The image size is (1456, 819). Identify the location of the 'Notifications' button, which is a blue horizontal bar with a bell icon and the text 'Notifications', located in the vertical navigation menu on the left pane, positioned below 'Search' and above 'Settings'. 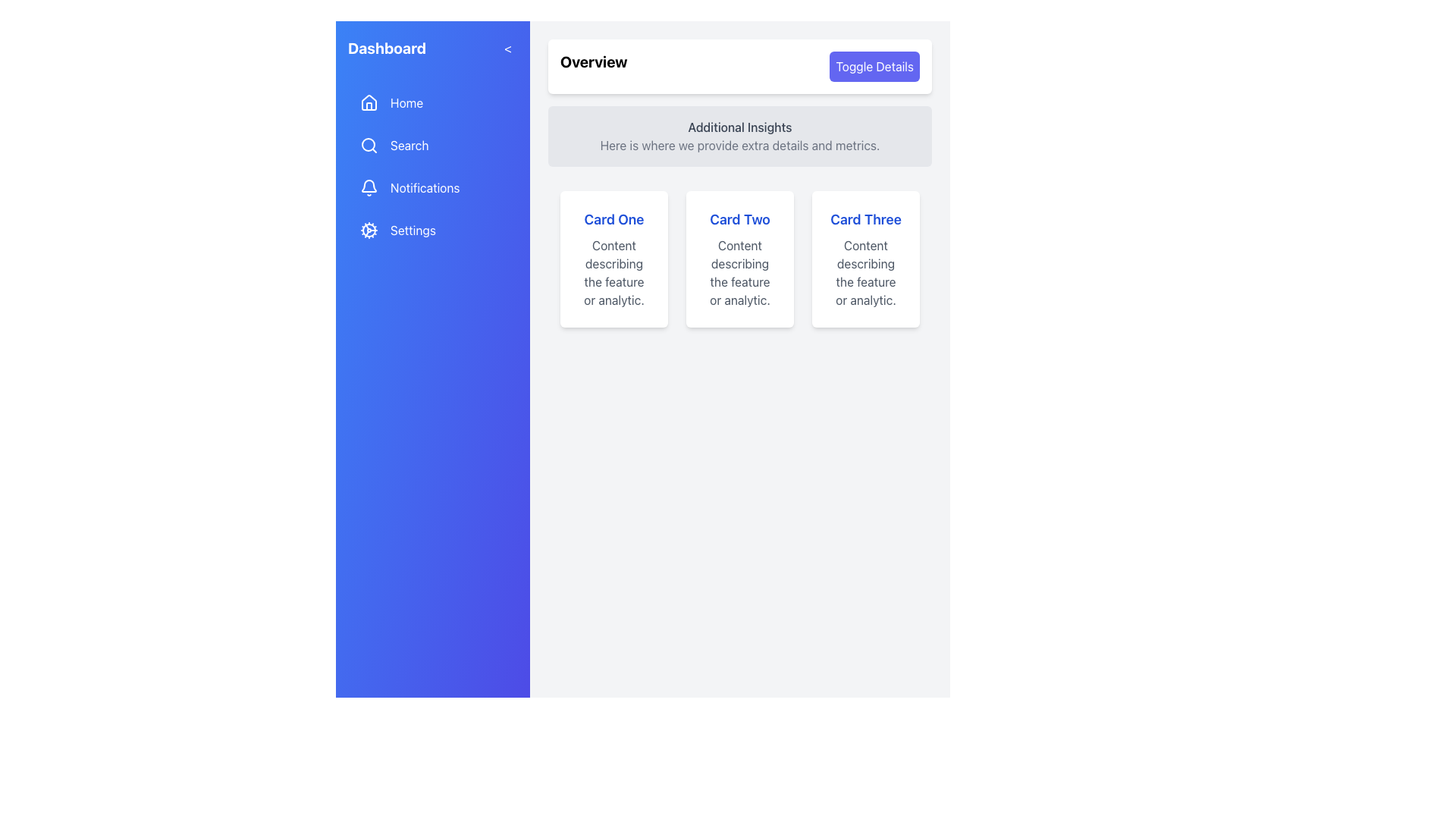
(432, 187).